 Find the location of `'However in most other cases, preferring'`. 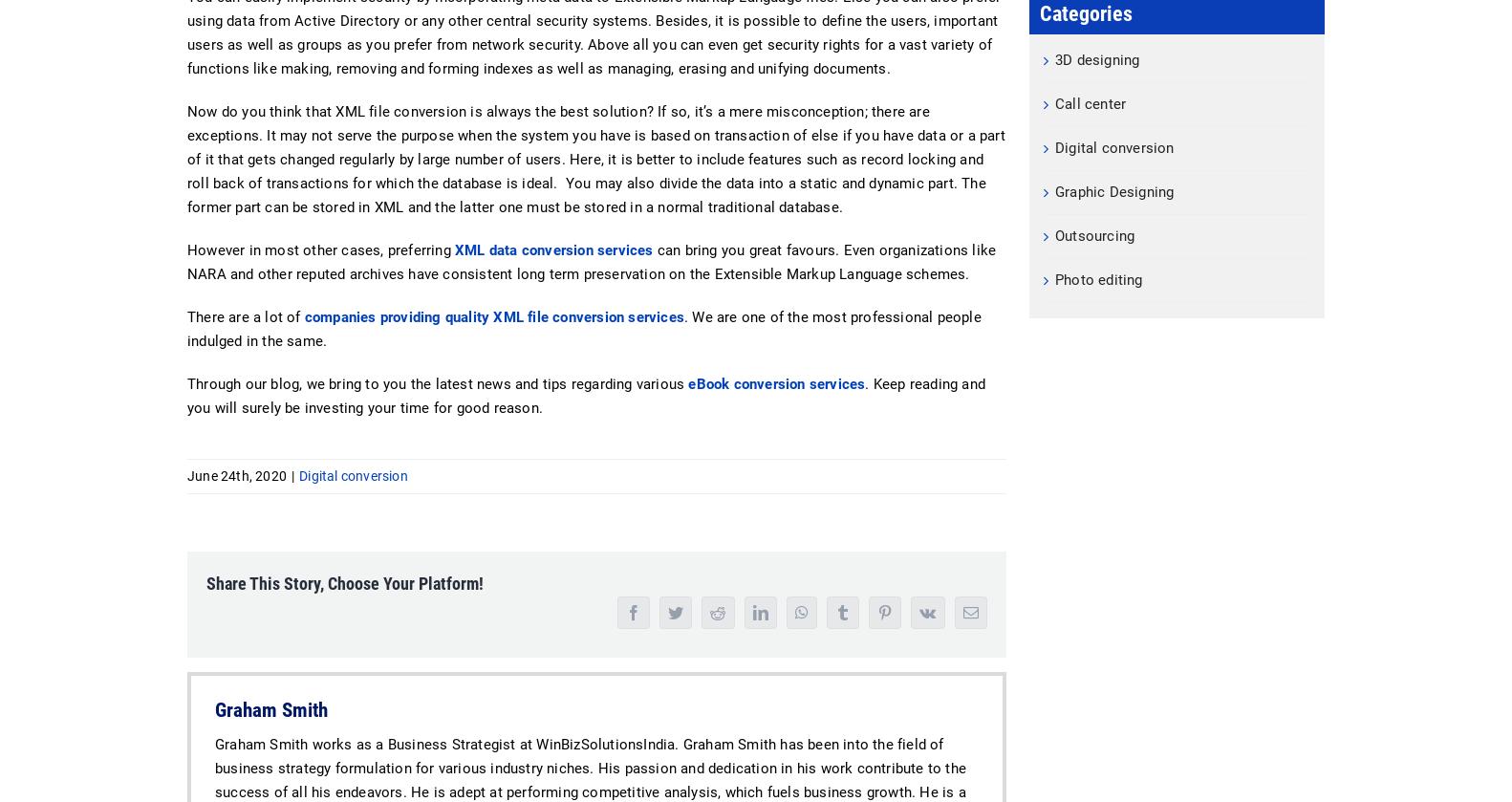

'However in most other cases, preferring' is located at coordinates (321, 250).